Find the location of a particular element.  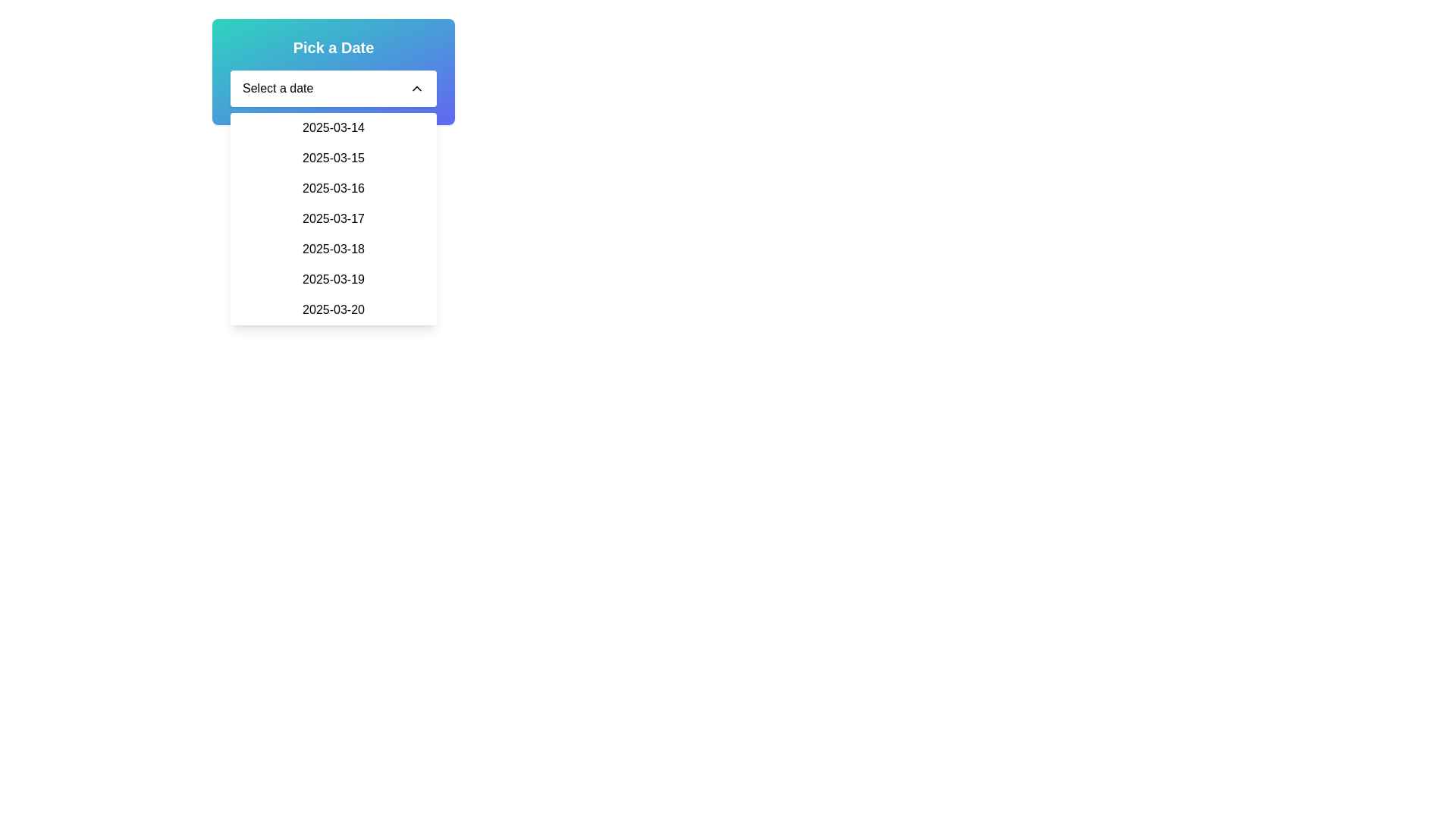

the dropdown menu element located within the card widget is located at coordinates (333, 88).